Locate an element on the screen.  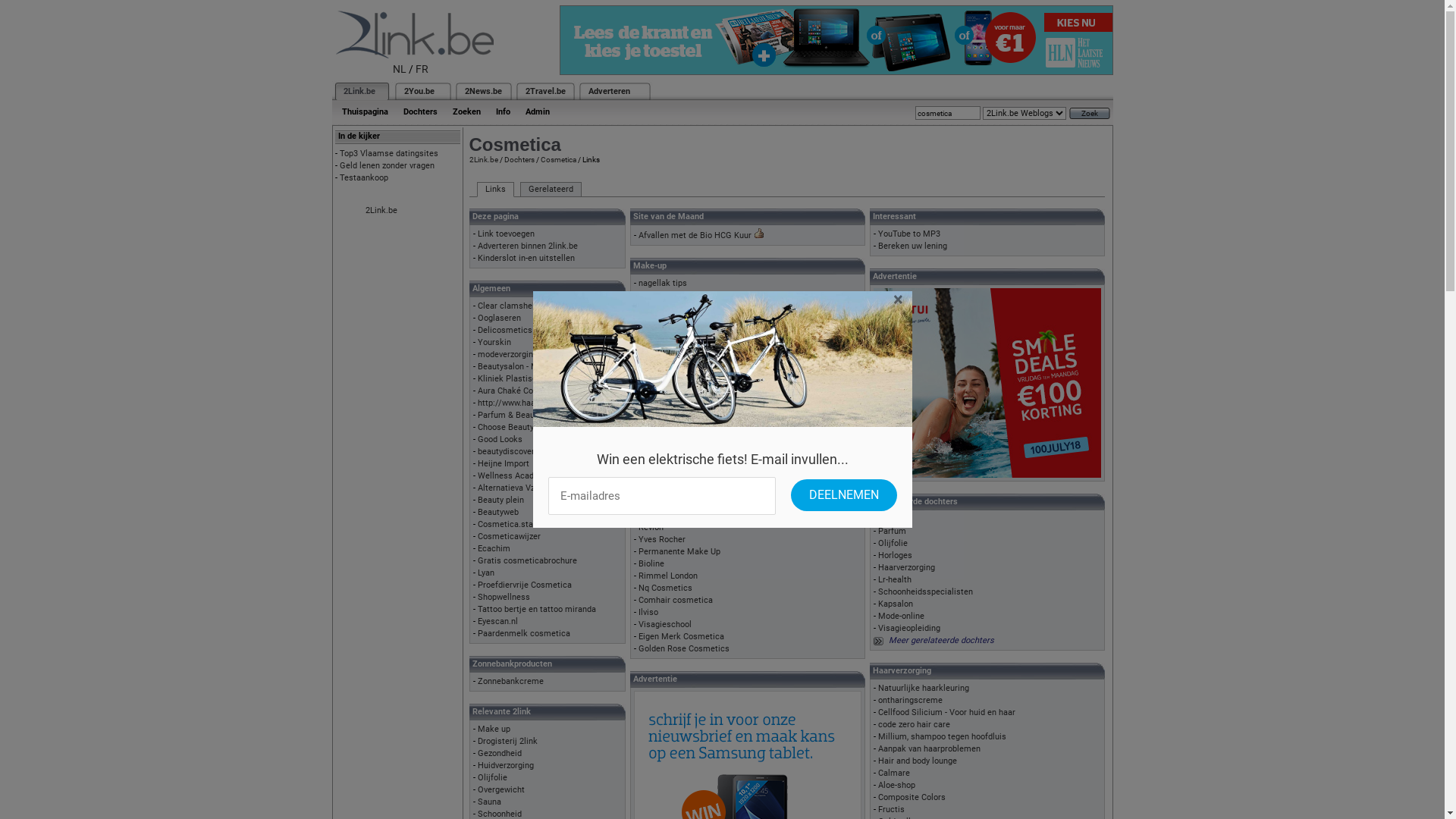
'Kinderslot in-en uitstellen' is located at coordinates (526, 257).